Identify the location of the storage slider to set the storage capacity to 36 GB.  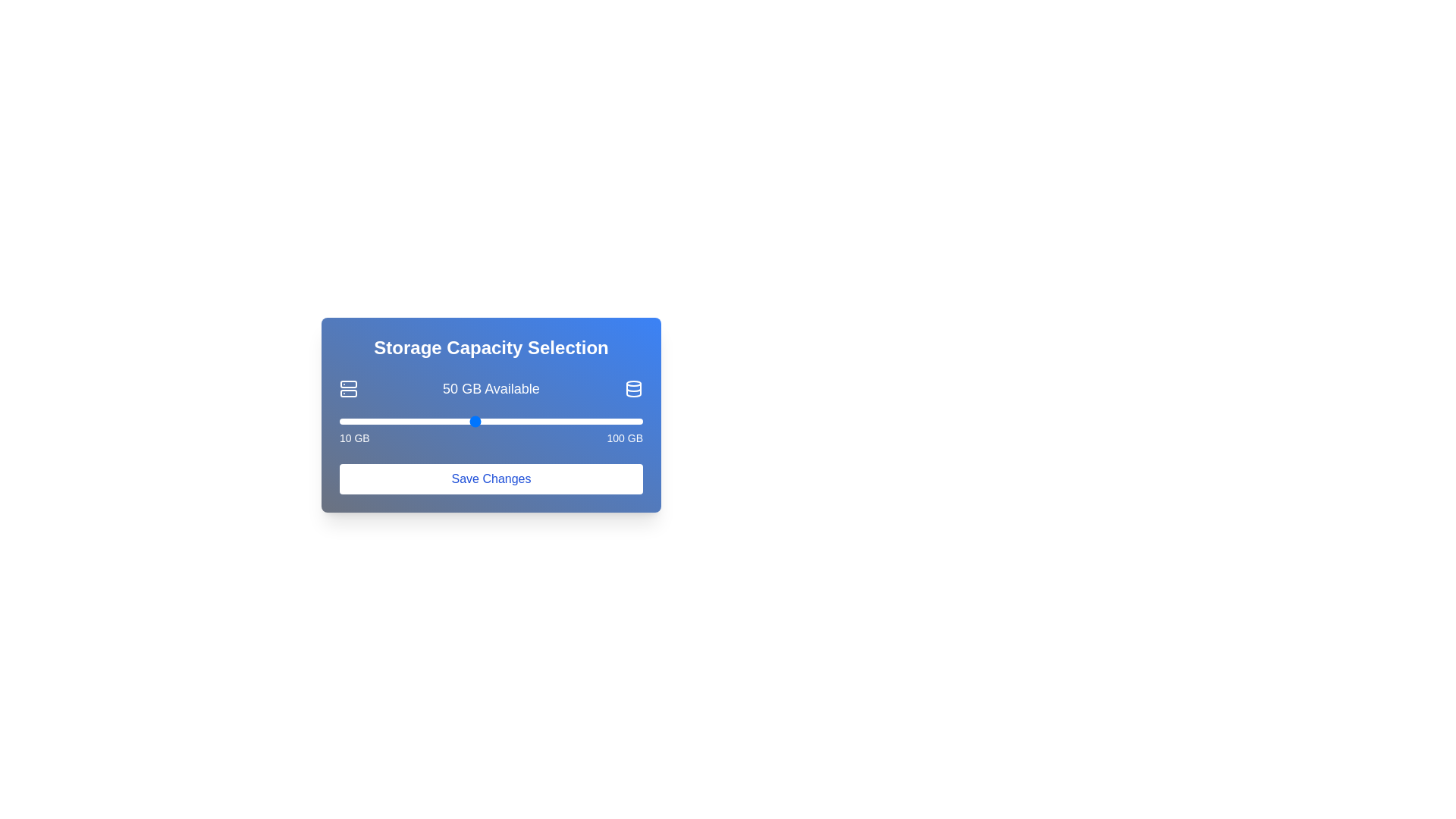
(426, 421).